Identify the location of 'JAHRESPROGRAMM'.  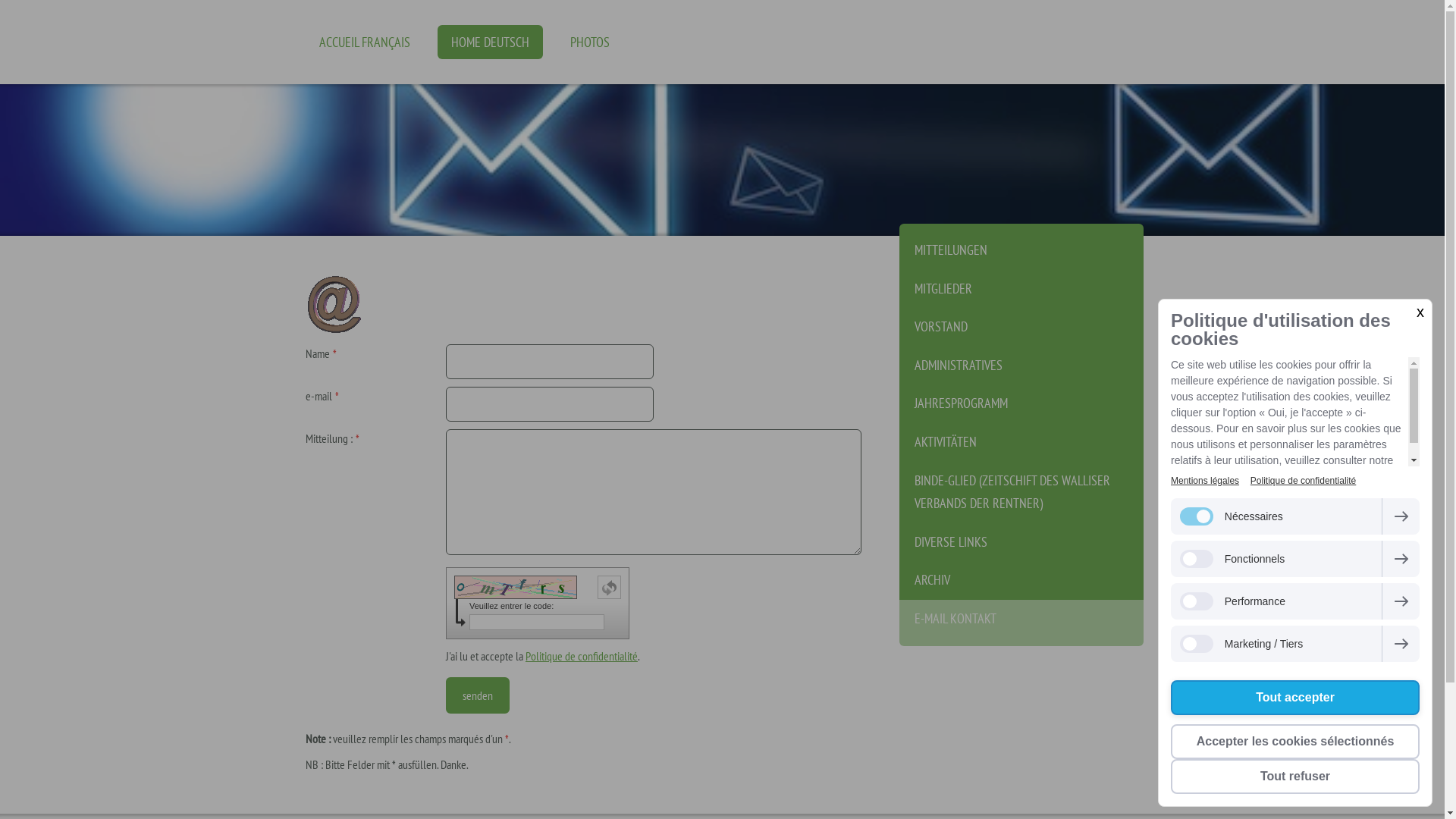
(1021, 403).